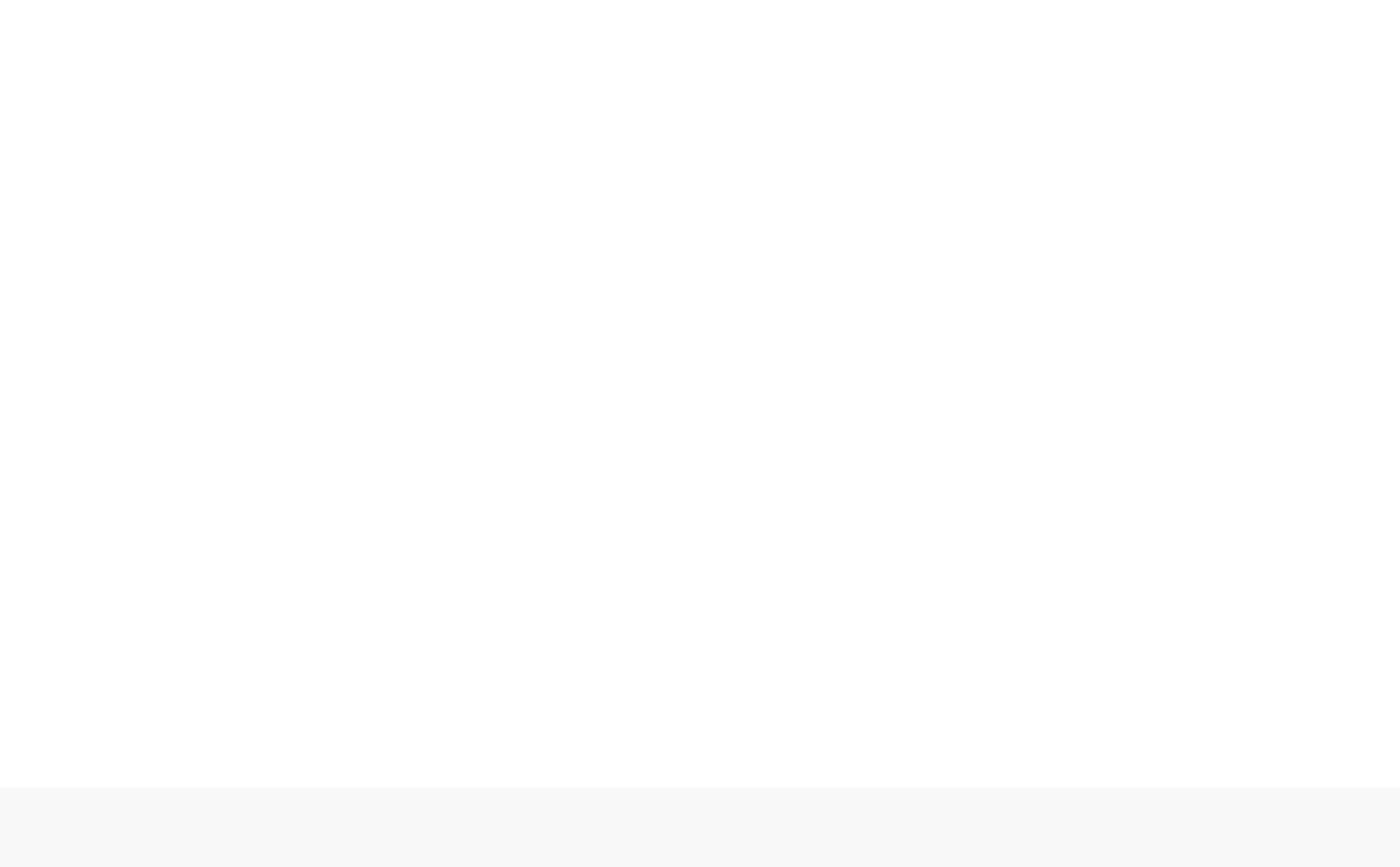  What do you see at coordinates (401, 185) in the screenshot?
I see `'Website'` at bounding box center [401, 185].